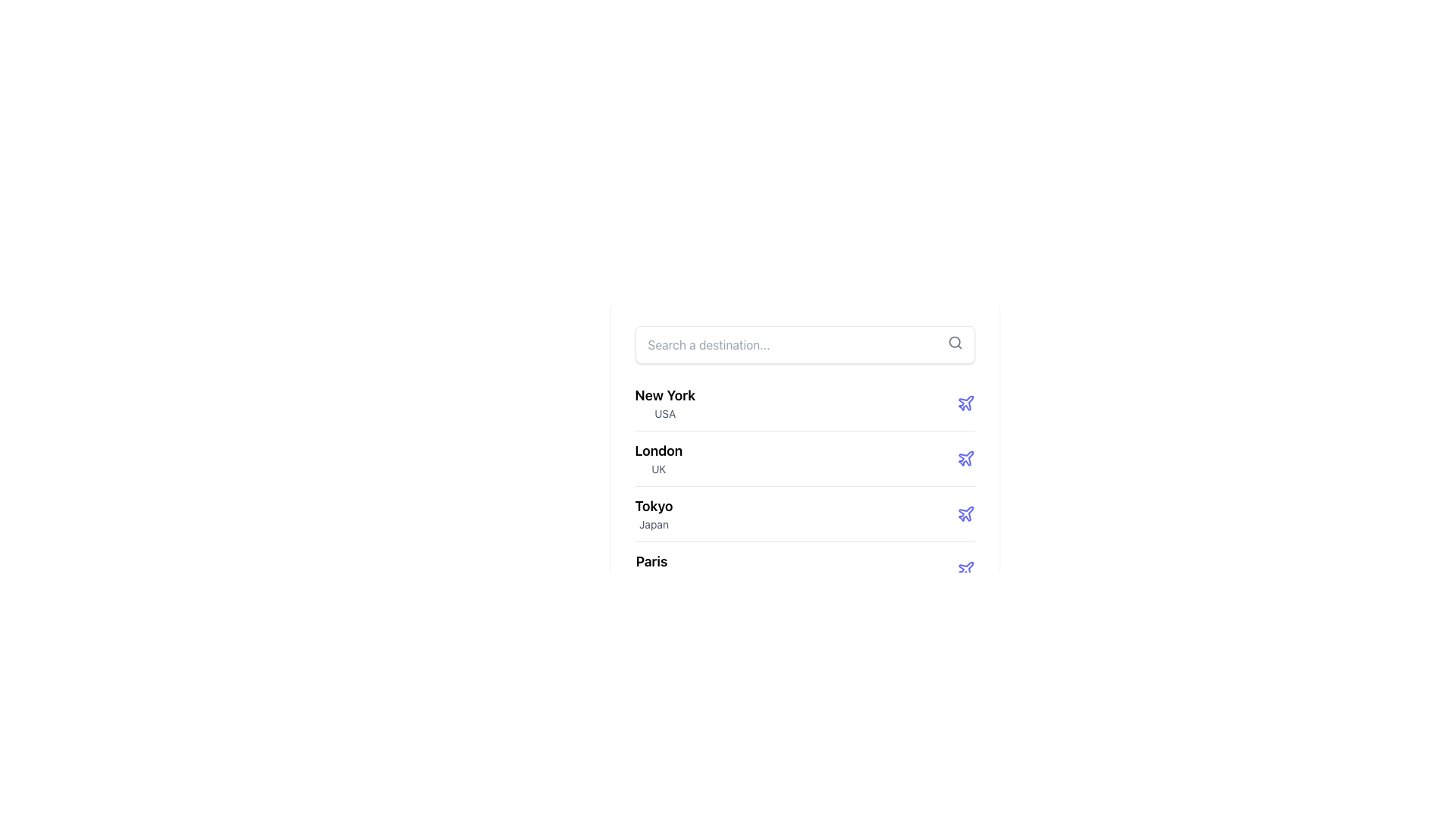 This screenshot has width=1456, height=819. Describe the element at coordinates (804, 457) in the screenshot. I see `the second item in the list of destinations` at that location.